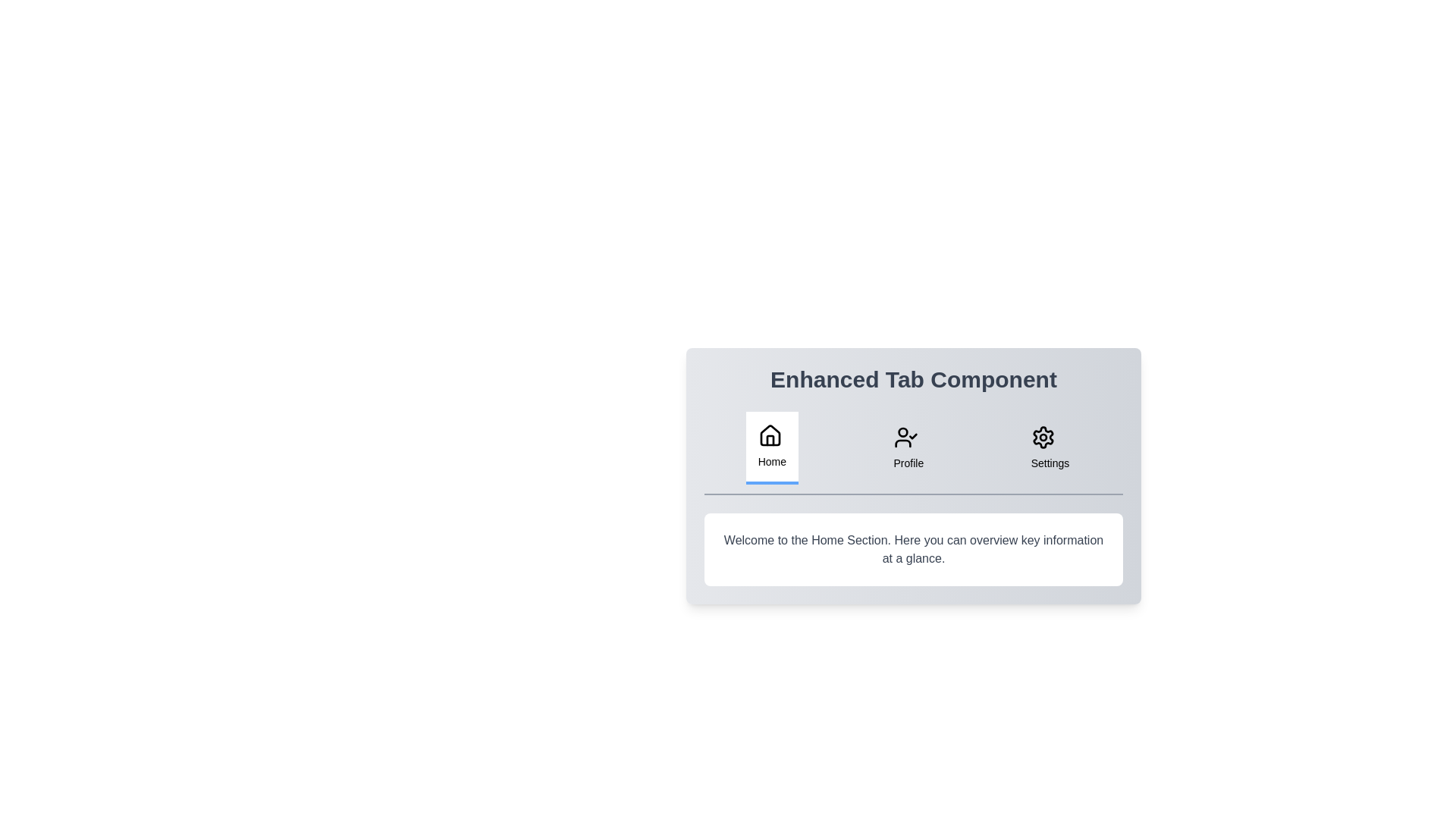 The image size is (1456, 819). Describe the element at coordinates (1048, 447) in the screenshot. I see `the Settings tab to view its content` at that location.